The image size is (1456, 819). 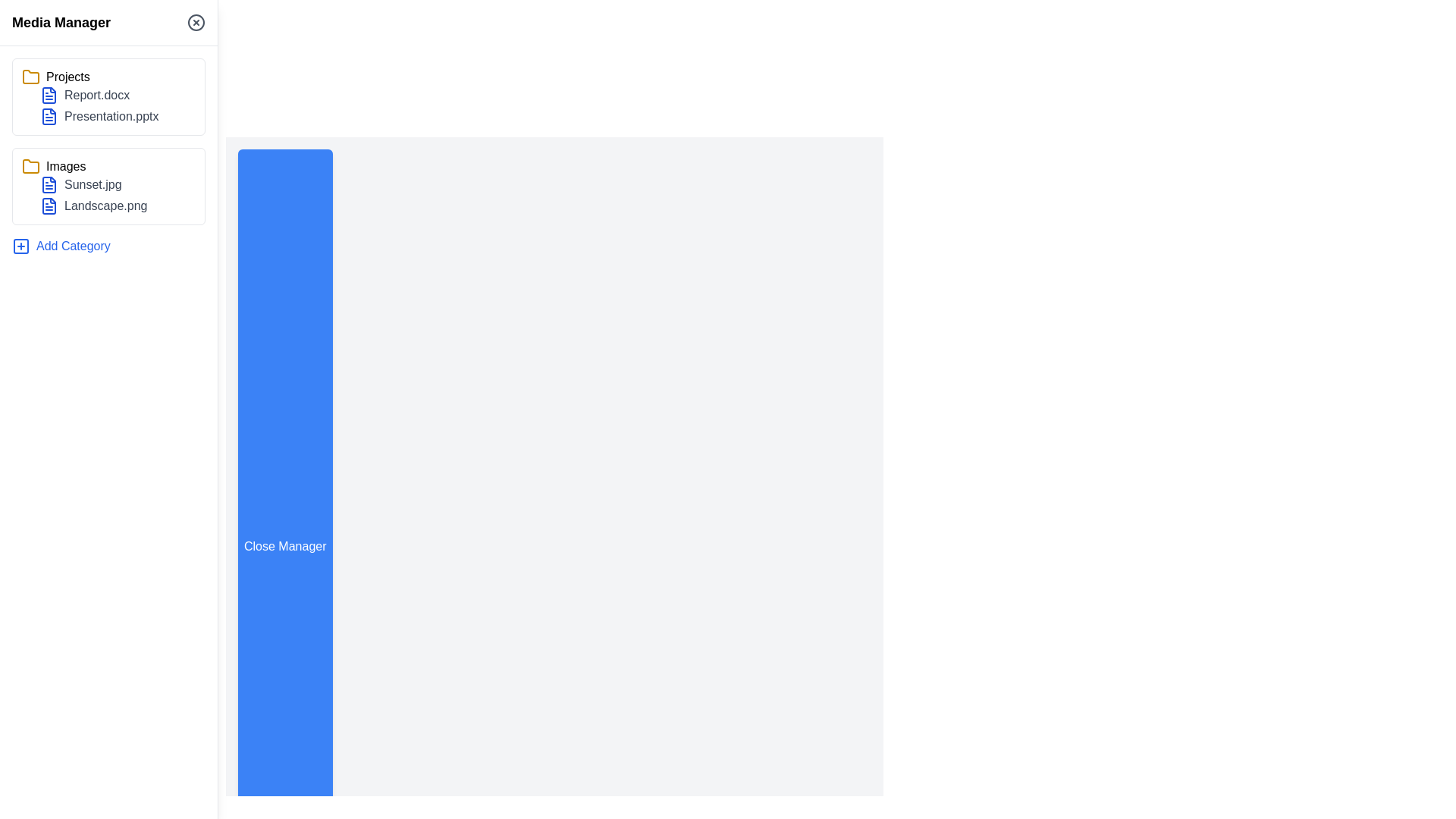 What do you see at coordinates (117, 96) in the screenshot?
I see `to select the list item labeled 'Report.docx' with a blue file icon in the 'Projects' folder section` at bounding box center [117, 96].